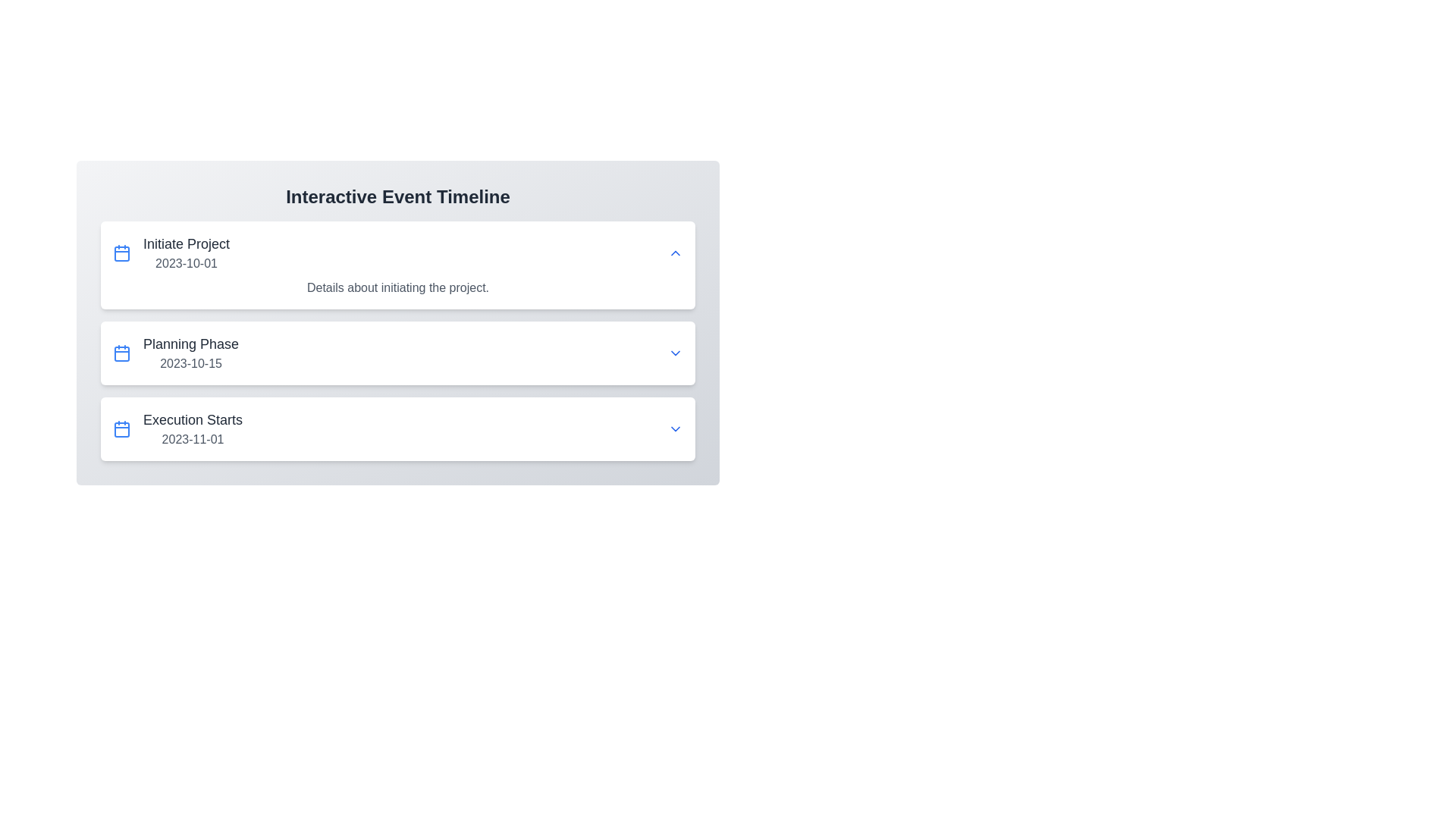  I want to click on the dropdown toggle button located at the extreme right of the 'Execution Starts' timeline event, so click(675, 429).